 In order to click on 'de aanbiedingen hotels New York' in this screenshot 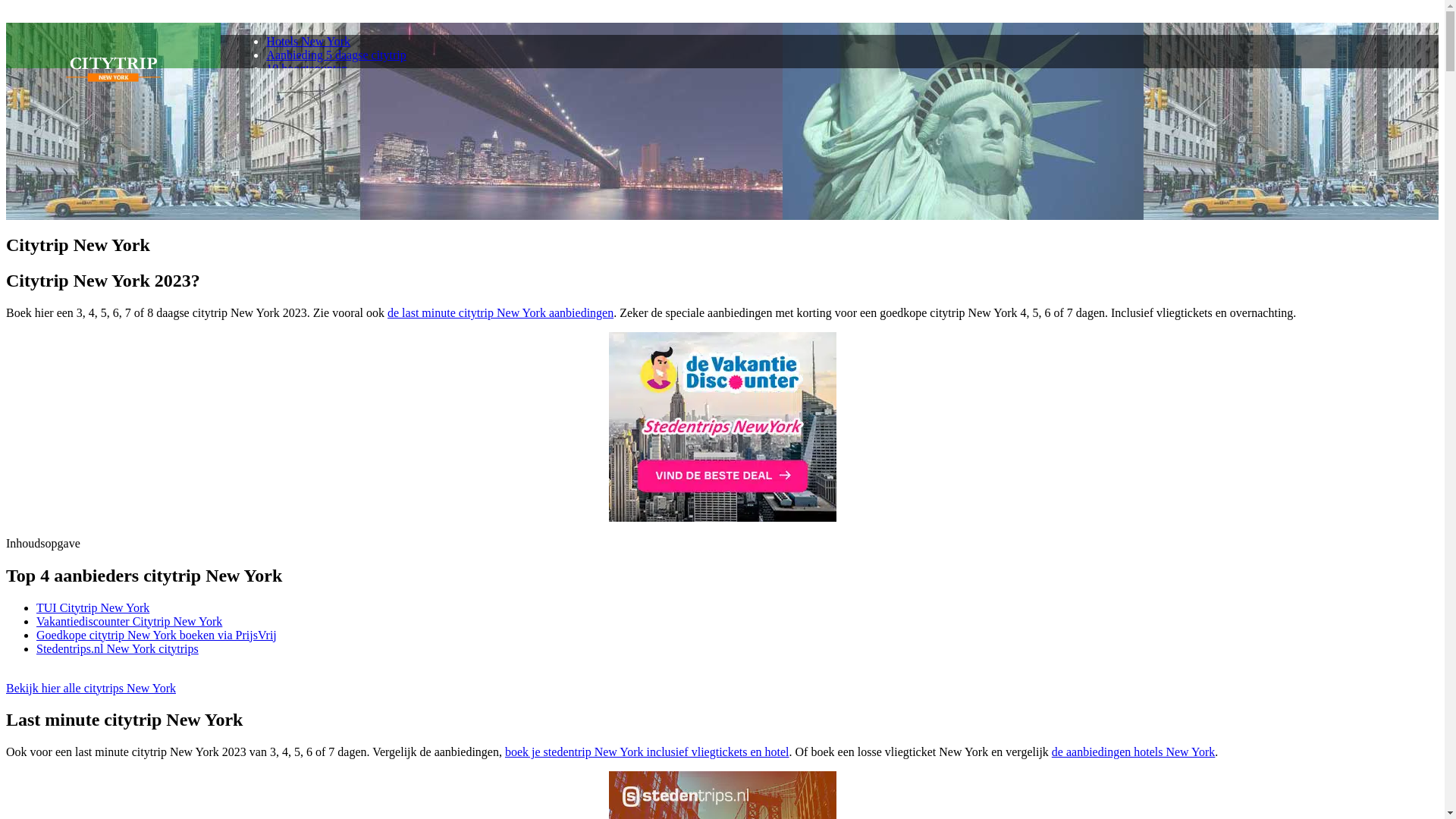, I will do `click(1133, 752)`.